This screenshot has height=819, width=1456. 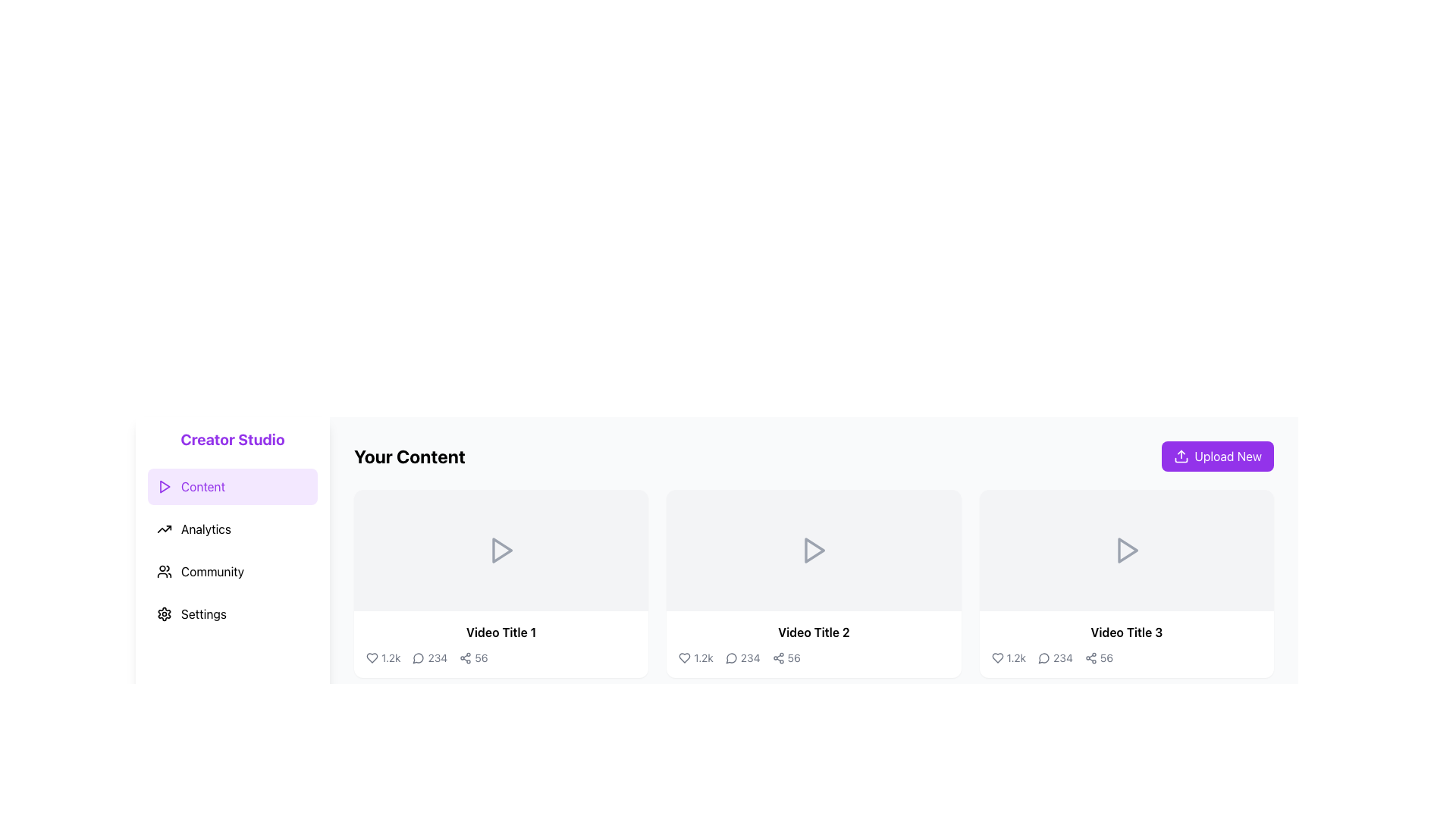 I want to click on the triangular play icon located in the left panel's 'Content' menu option, which has a unique purple background, so click(x=165, y=486).